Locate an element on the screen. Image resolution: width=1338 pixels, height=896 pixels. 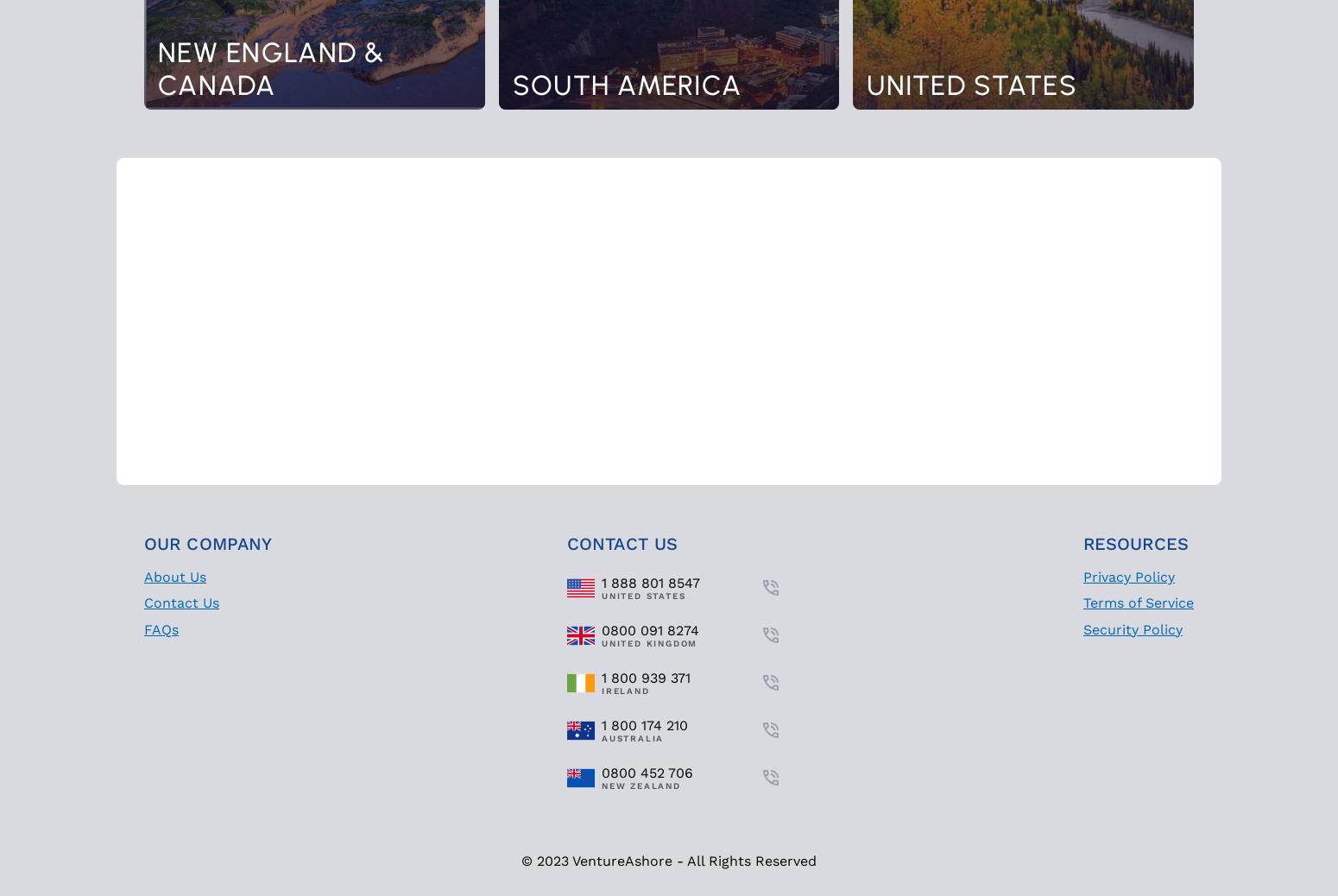
'0800 452 706' is located at coordinates (647, 772).